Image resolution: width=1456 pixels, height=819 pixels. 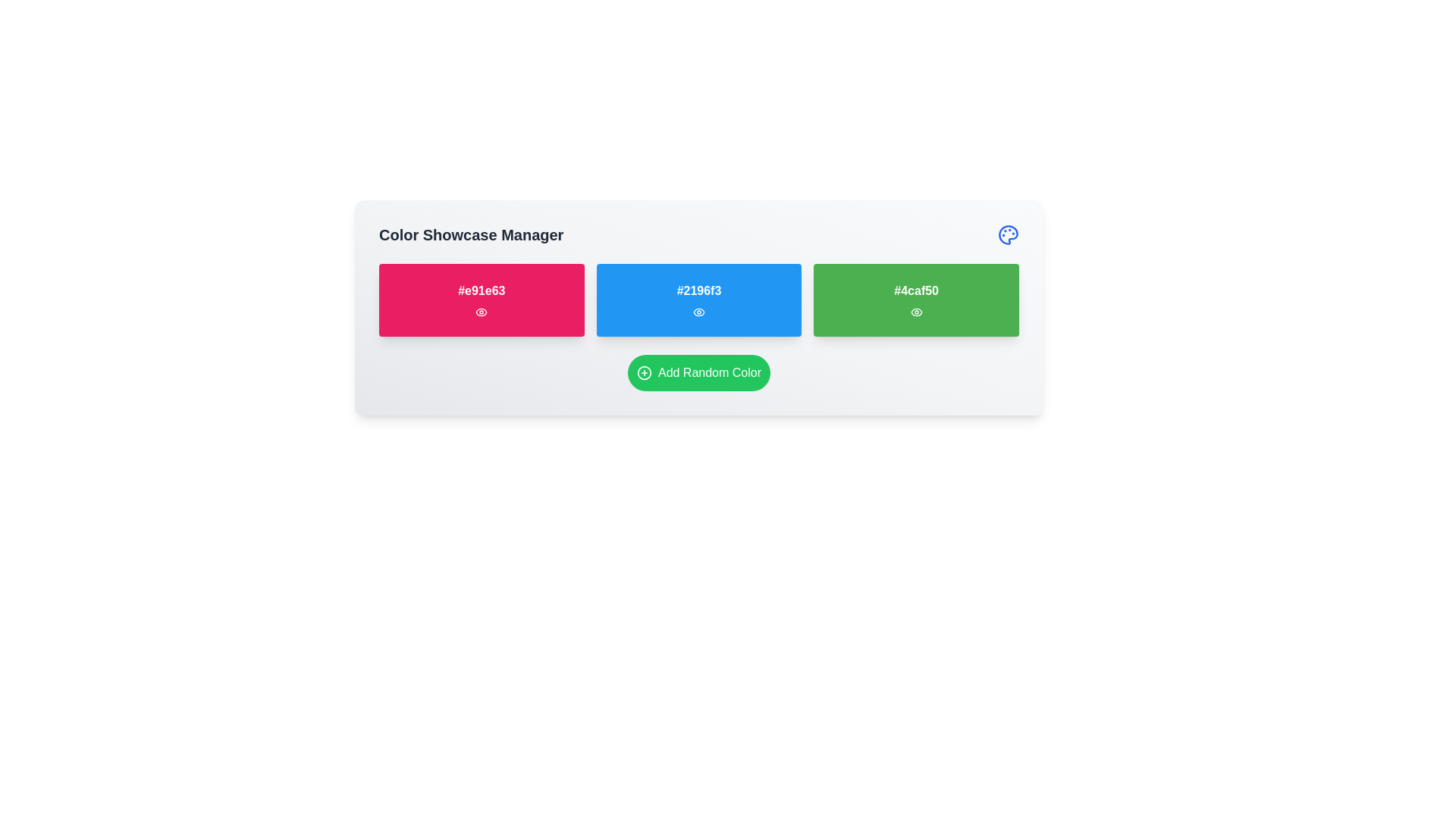 I want to click on the rounded green button labeled 'Add Random Color' with a white 'plus' icon, so click(x=698, y=373).